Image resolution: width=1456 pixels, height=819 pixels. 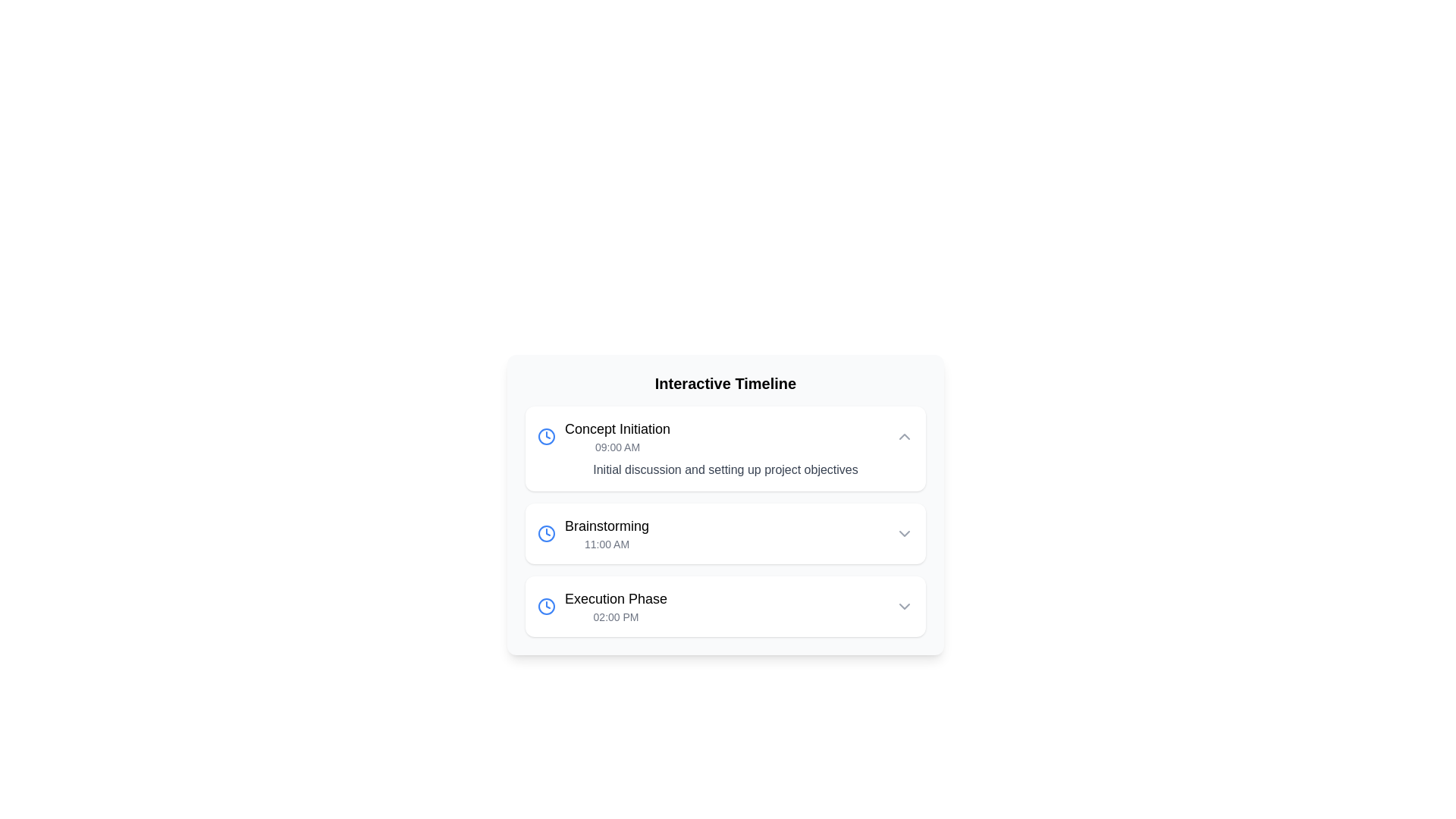 I want to click on the clock icon representing the 'Brainstorming' event timestamp in the timeline, located to the left of the 'Brainstorming' heading and '11:00 AM' timestamp, so click(x=546, y=533).